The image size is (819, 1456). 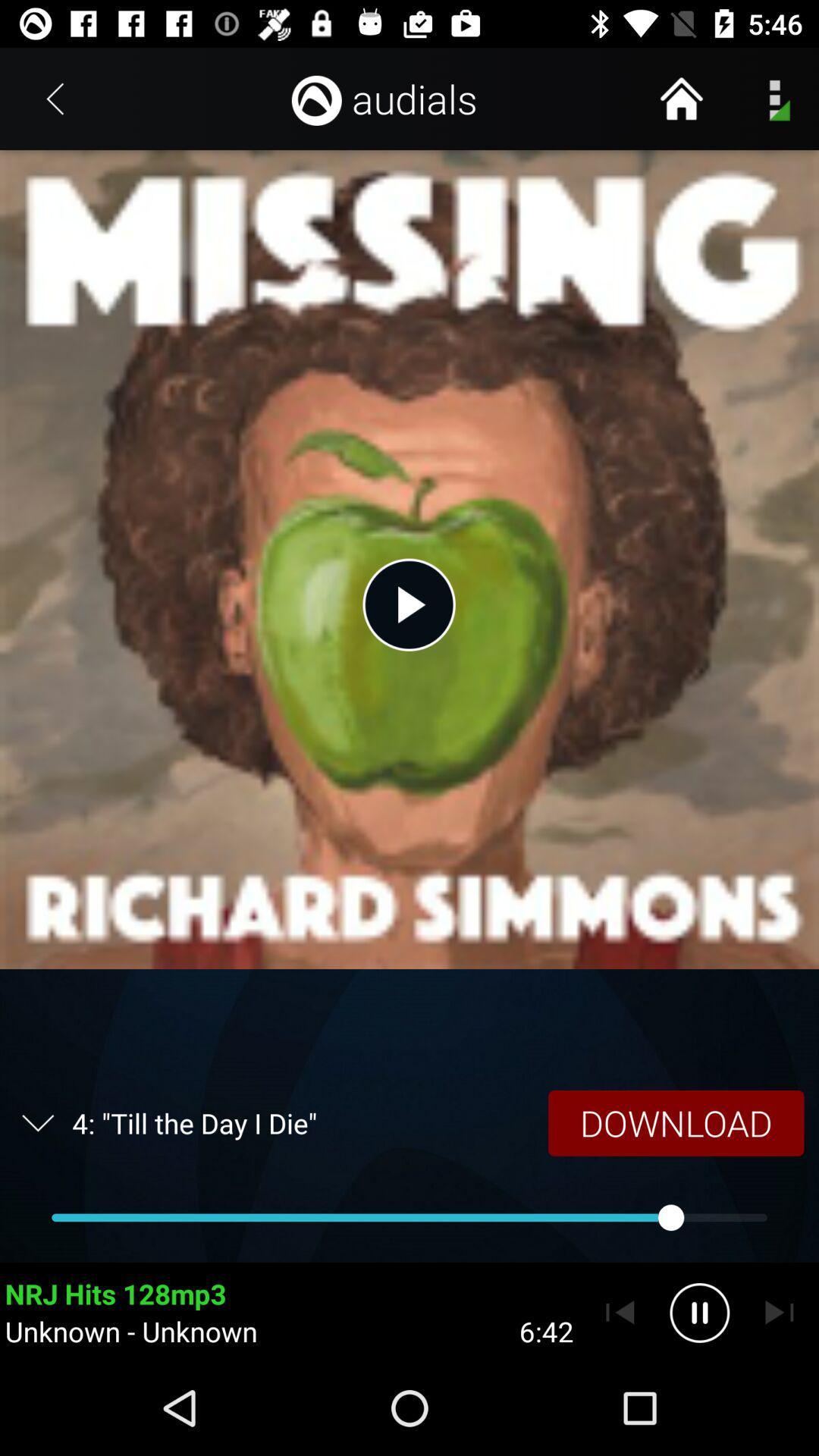 What do you see at coordinates (699, 1312) in the screenshot?
I see `the pause icon` at bounding box center [699, 1312].